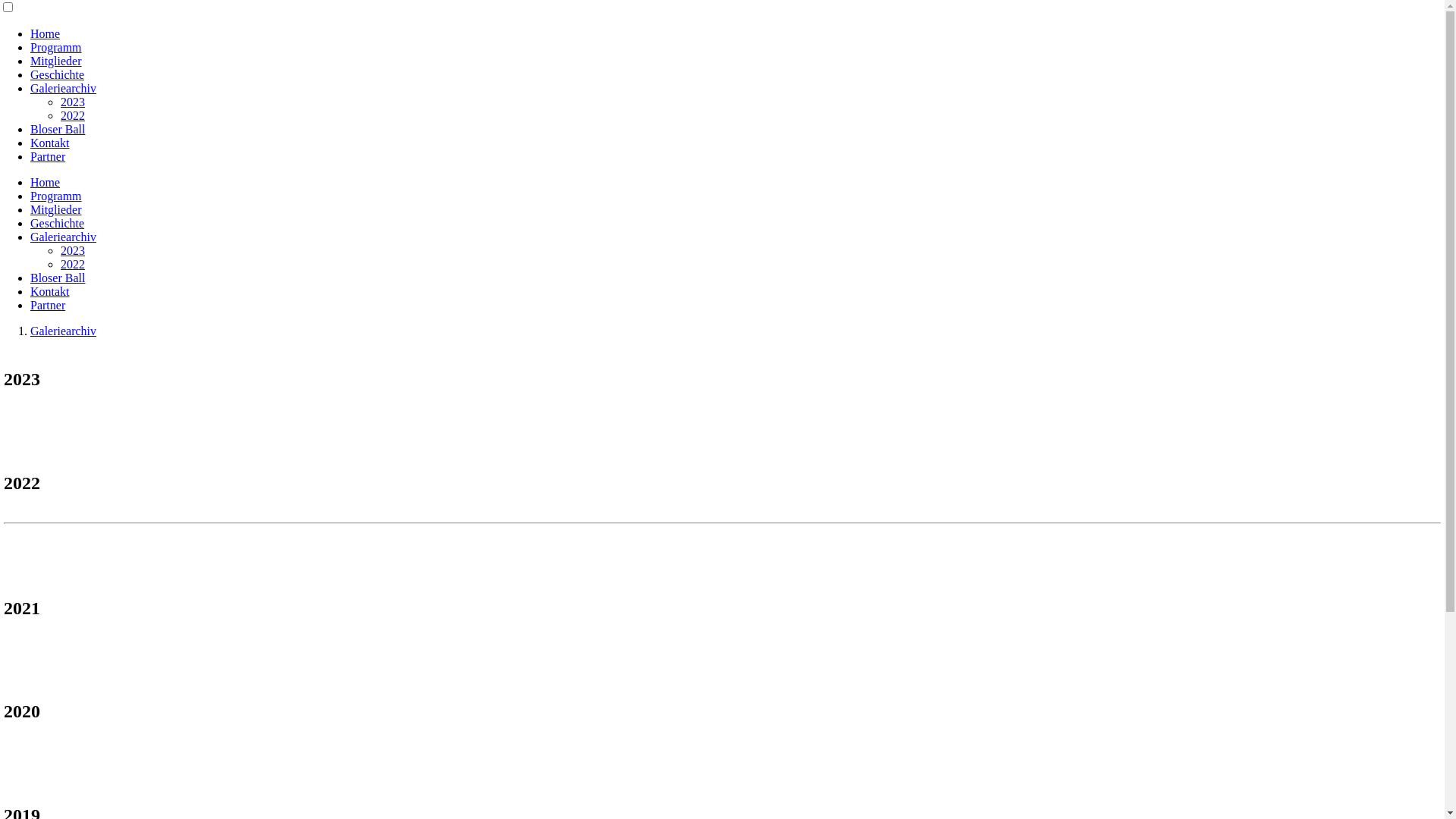 The width and height of the screenshot is (1456, 819). Describe the element at coordinates (47, 156) in the screenshot. I see `'Partner'` at that location.